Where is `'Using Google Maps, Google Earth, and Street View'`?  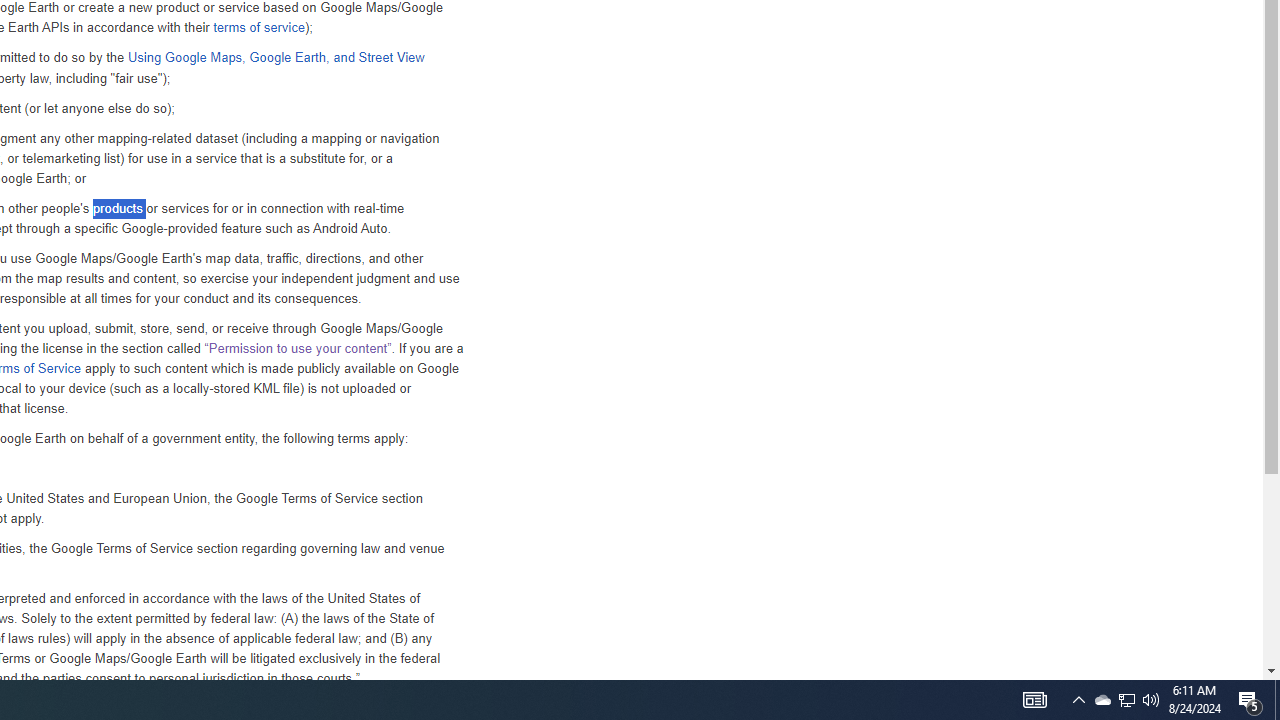
'Using Google Maps, Google Earth, and Street View' is located at coordinates (274, 56).